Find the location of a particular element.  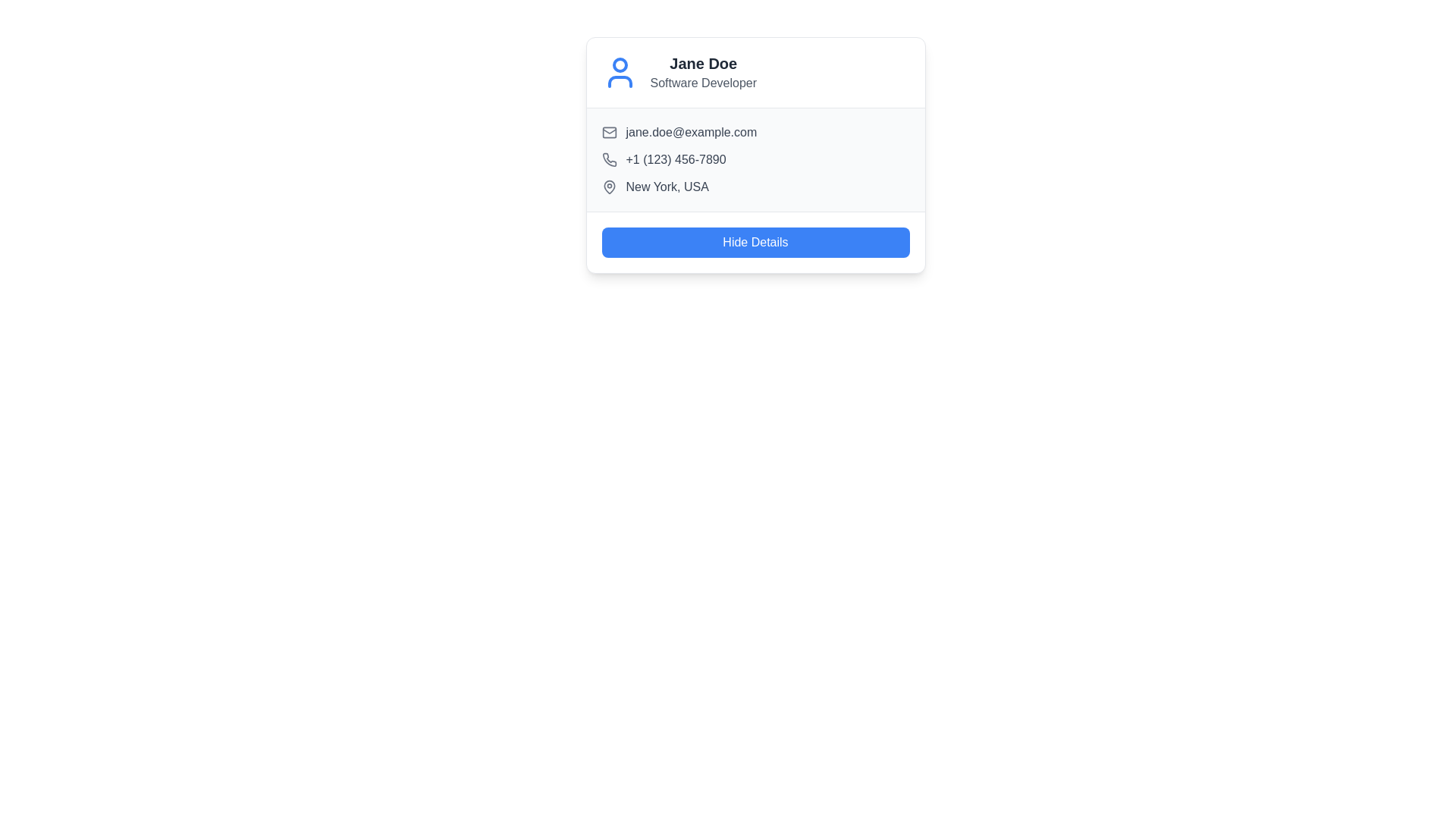

the telephone handset icon located in the center-left part of the contact card layout is located at coordinates (609, 159).